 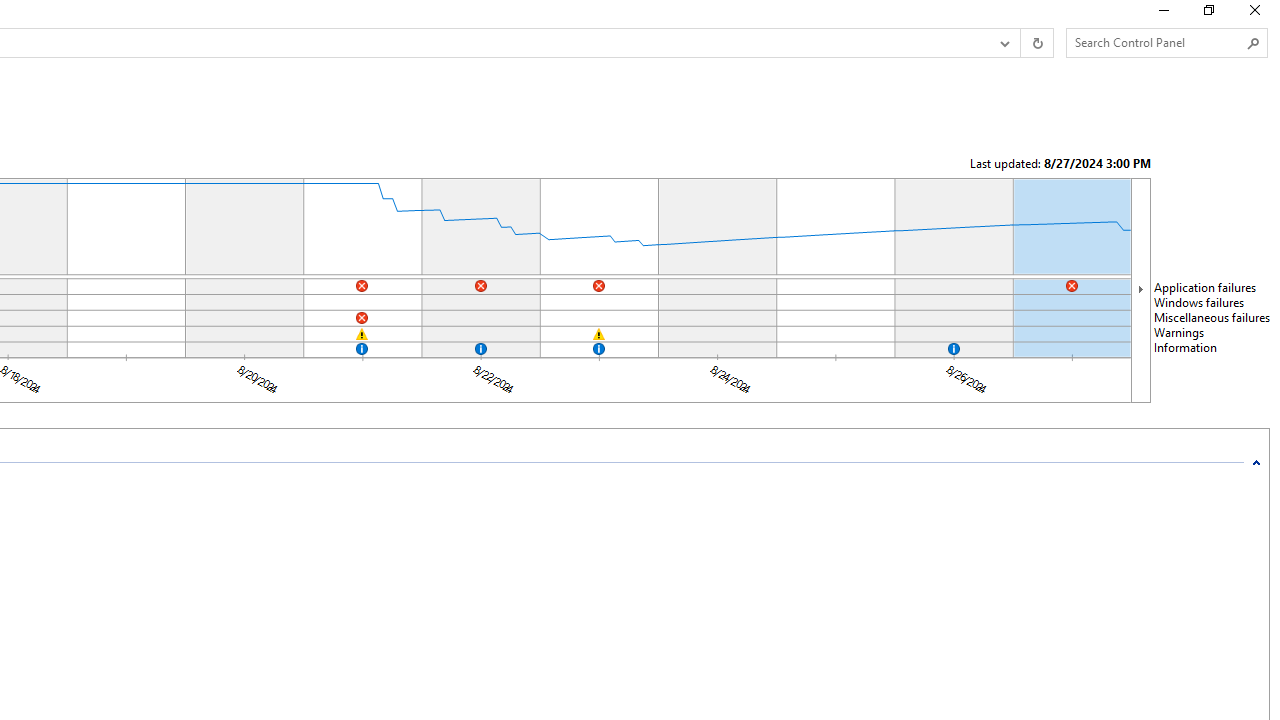 I want to click on 'Previous Locations', so click(x=1003, y=43).